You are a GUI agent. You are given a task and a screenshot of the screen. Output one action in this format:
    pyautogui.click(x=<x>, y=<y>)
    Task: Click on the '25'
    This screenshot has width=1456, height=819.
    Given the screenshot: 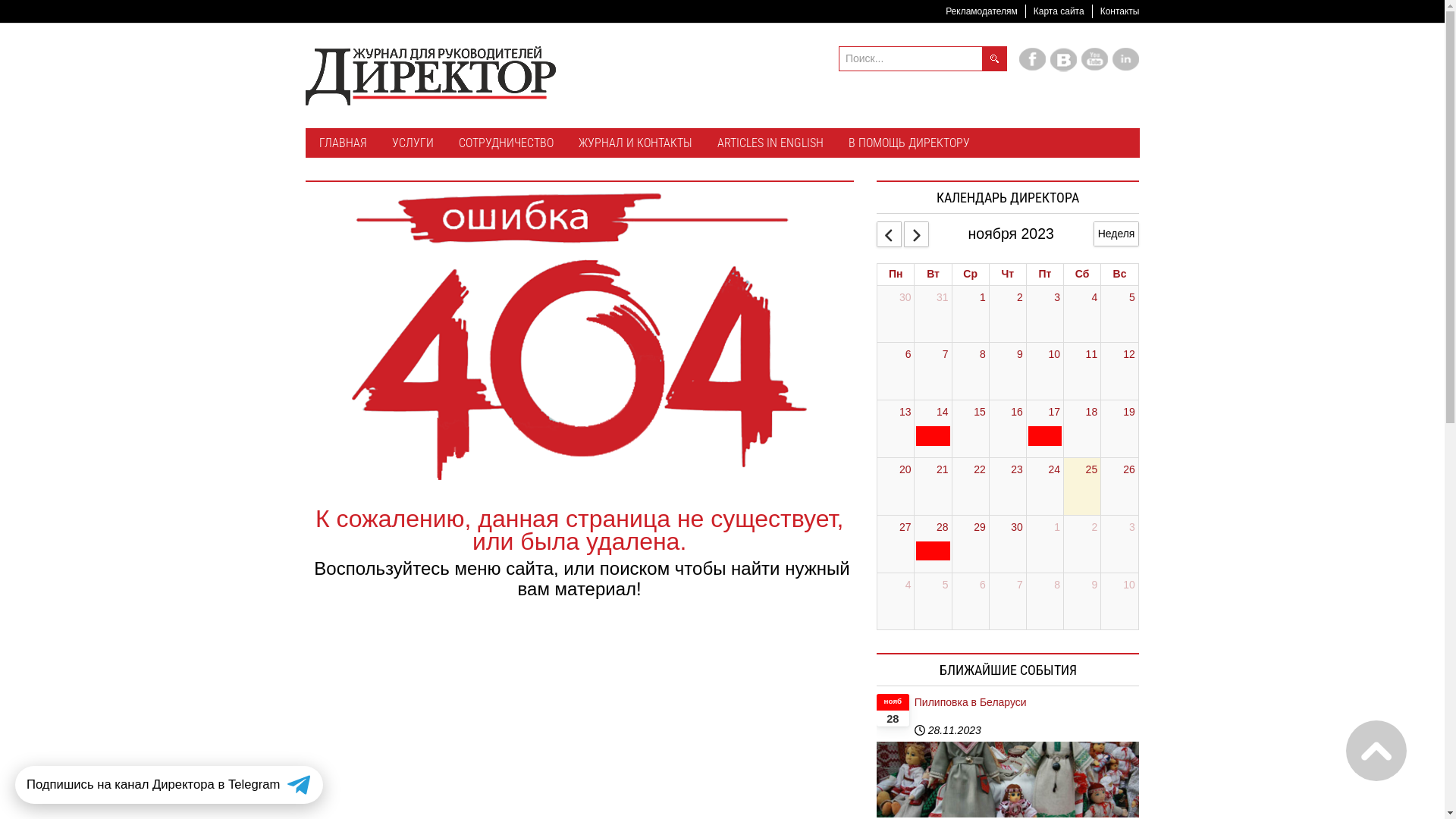 What is the action you would take?
    pyautogui.click(x=1082, y=469)
    